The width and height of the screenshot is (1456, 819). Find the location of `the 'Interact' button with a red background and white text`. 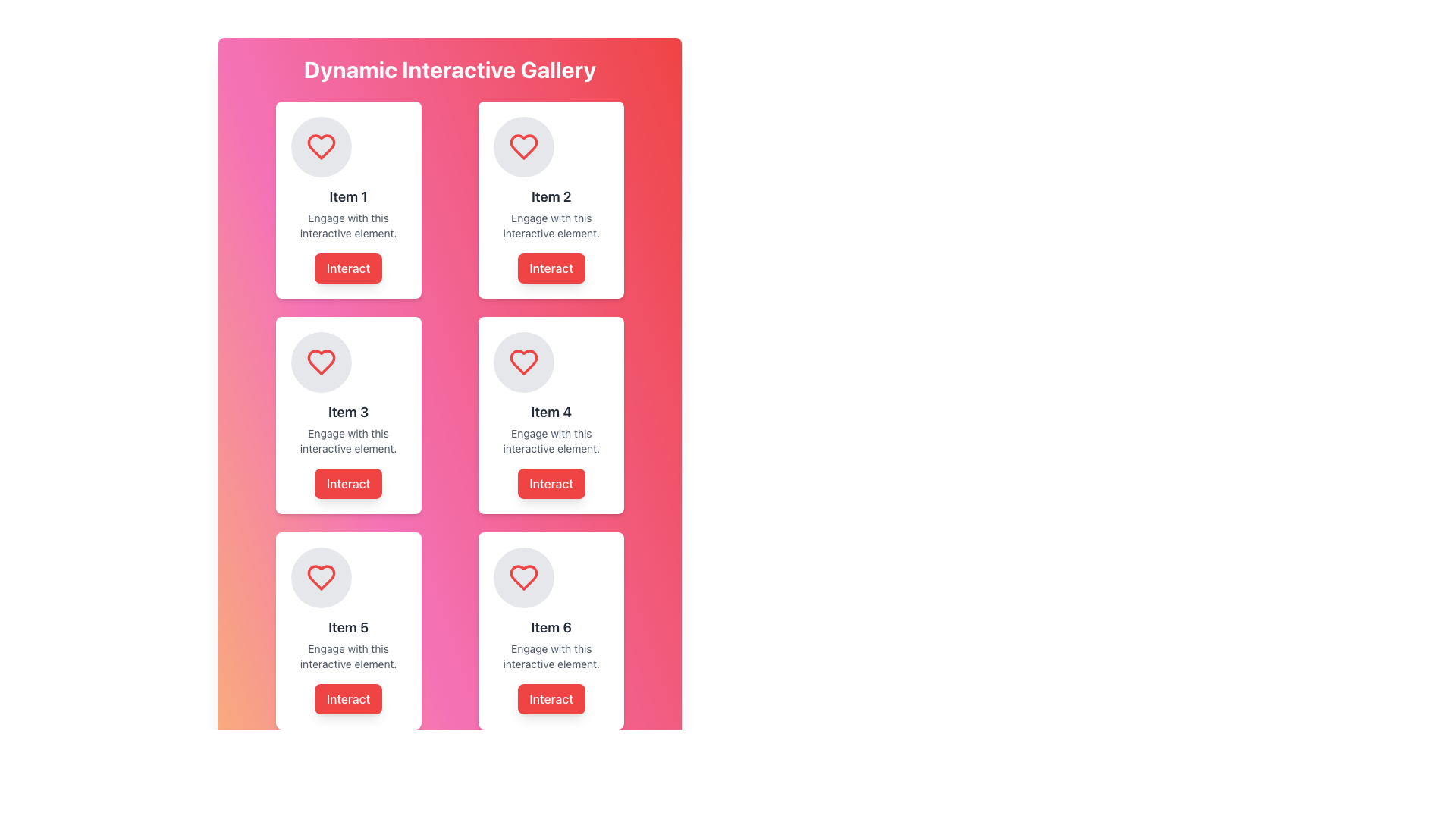

the 'Interact' button with a red background and white text is located at coordinates (347, 268).